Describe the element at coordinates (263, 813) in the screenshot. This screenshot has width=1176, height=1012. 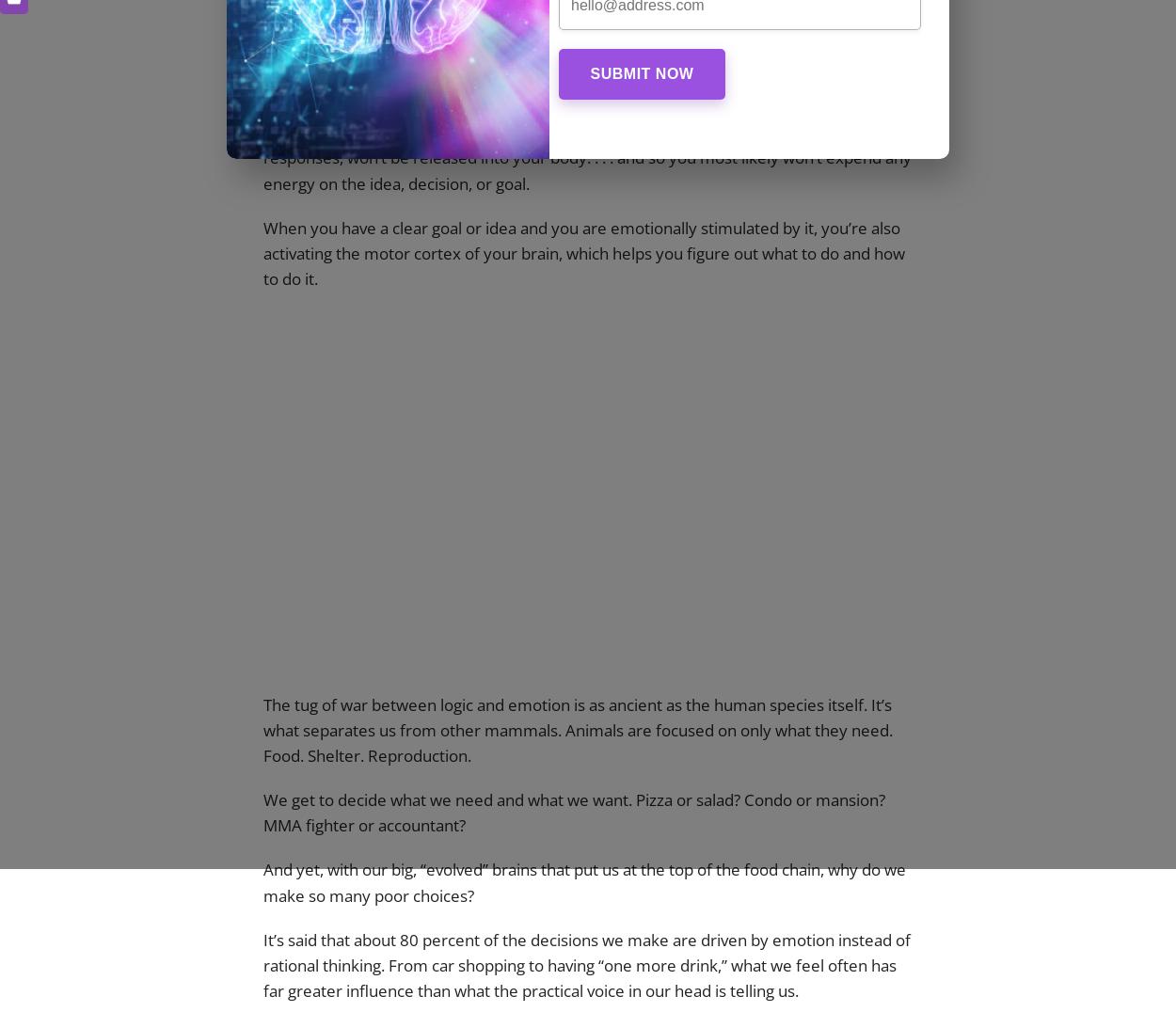
I see `'We get to decide what we need and what we want. Pizza or salad? Condo or mansion? MMA fighter or accountant?'` at that location.